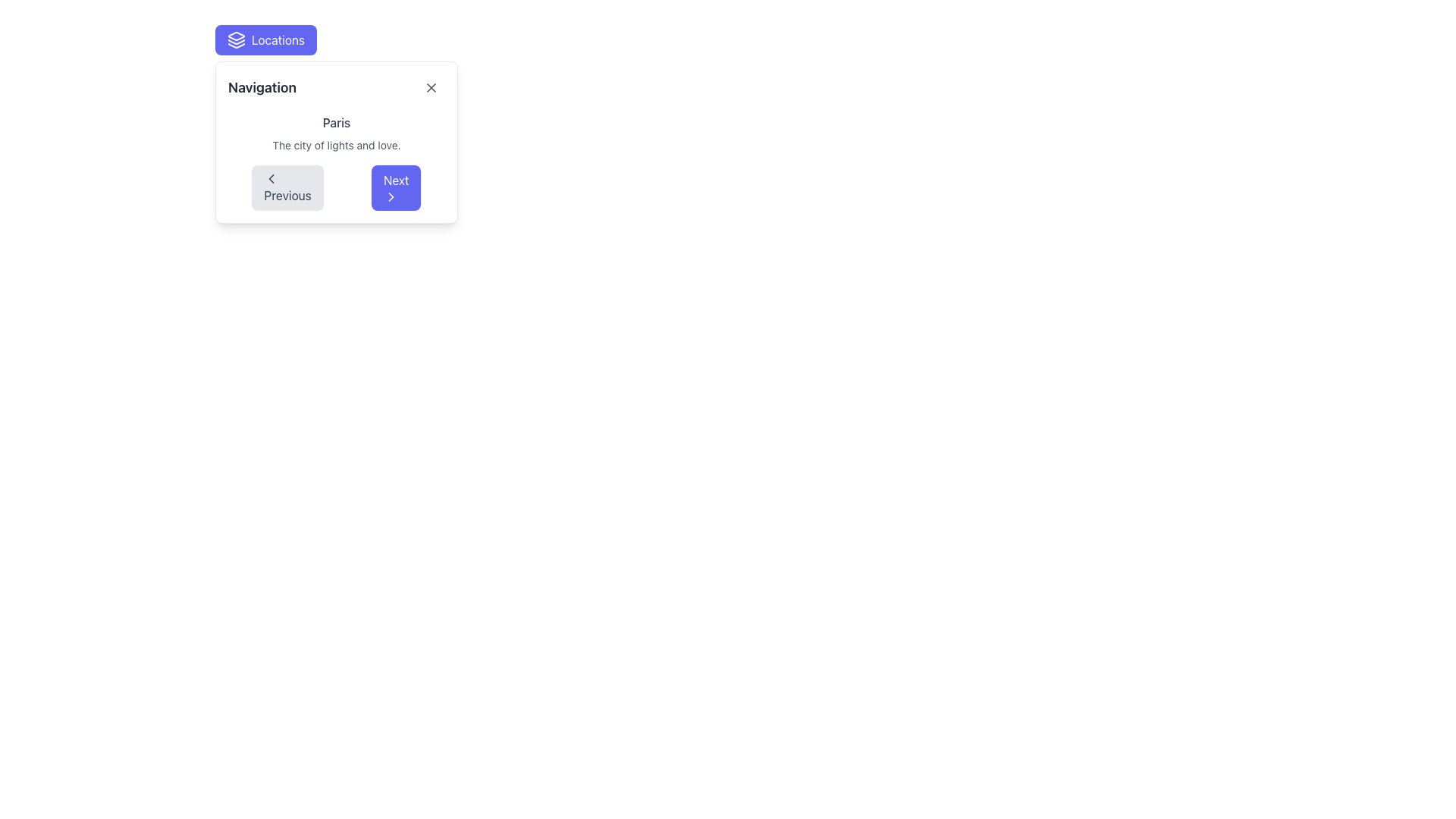 The image size is (1456, 819). I want to click on the 'Locations' button, which is a rounded rectangle with a vibrant indigo background and white text, so click(265, 39).